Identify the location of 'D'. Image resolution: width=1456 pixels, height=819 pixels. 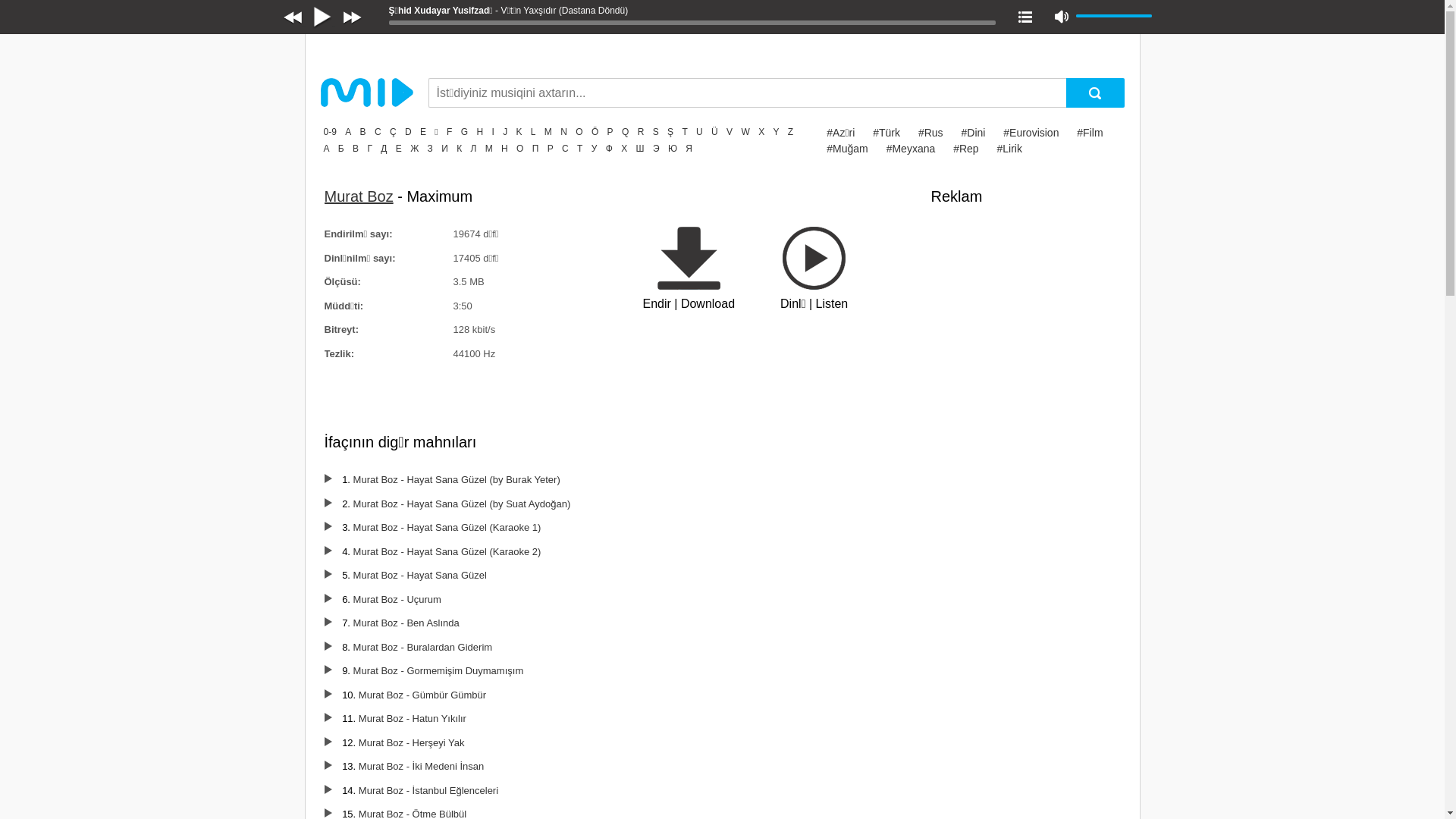
(408, 130).